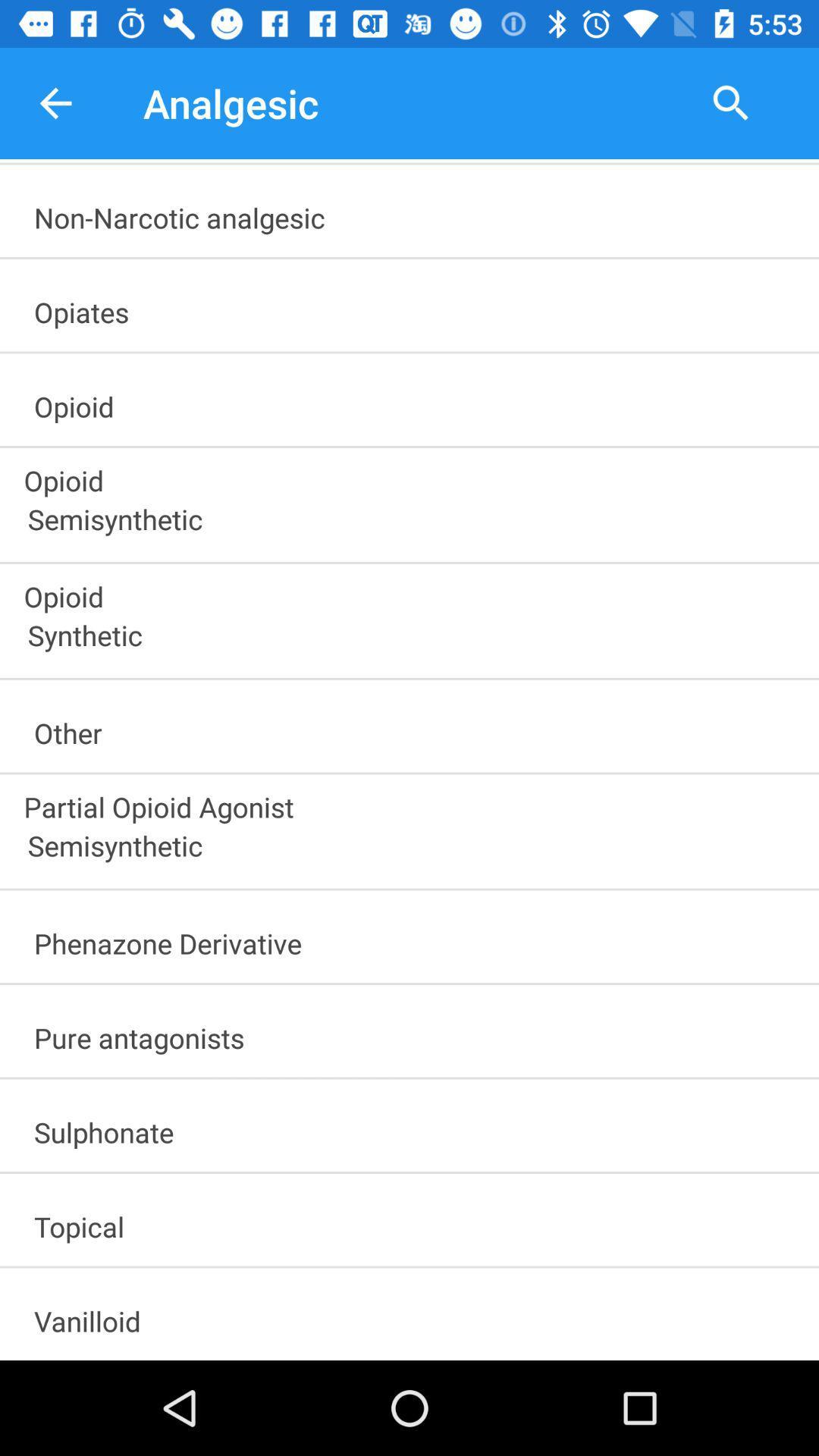 This screenshot has height=1456, width=819. I want to click on pure antagonists item, so click(416, 1032).